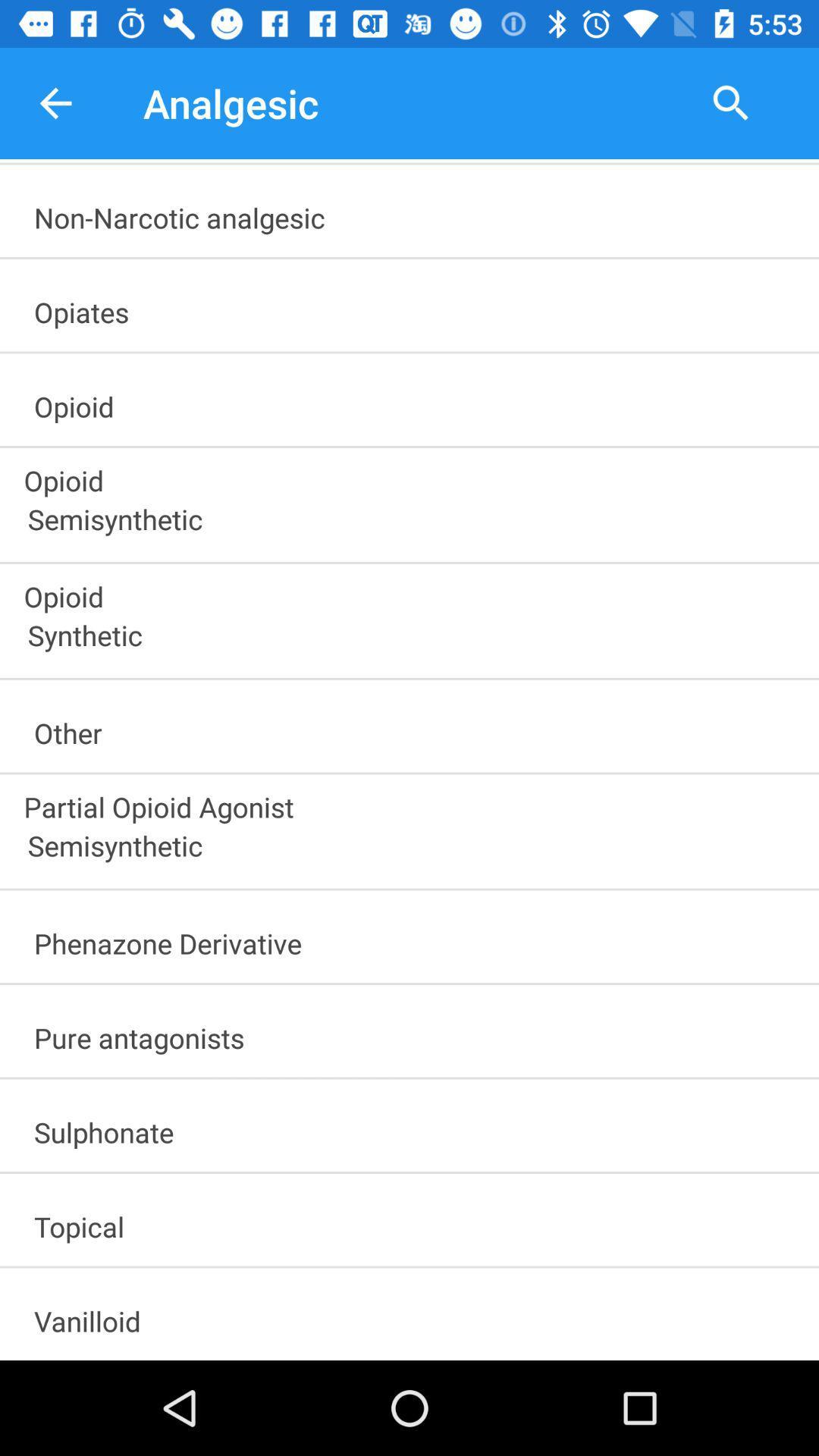 This screenshot has height=1456, width=819. I want to click on pure antagonists item, so click(416, 1032).